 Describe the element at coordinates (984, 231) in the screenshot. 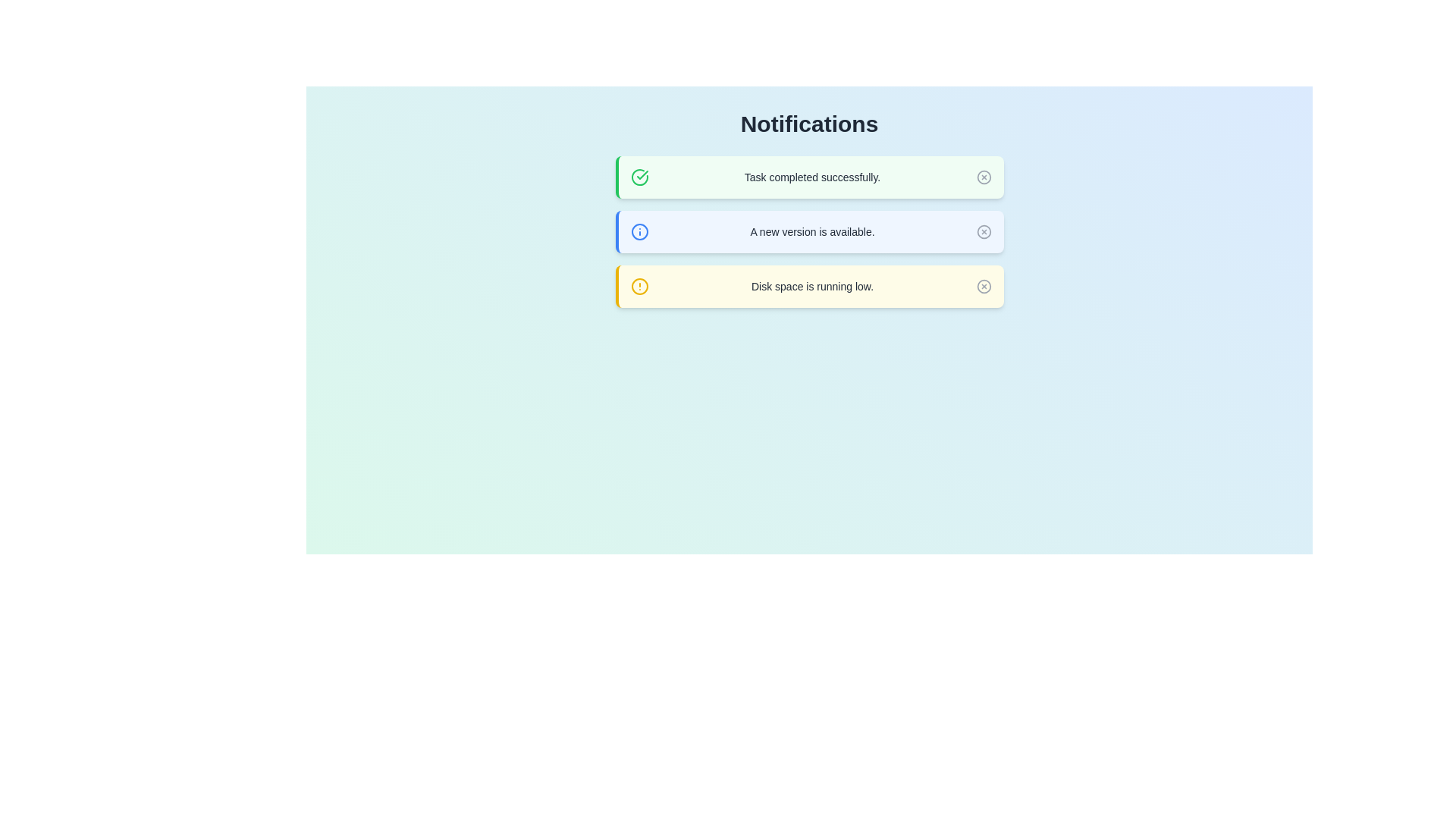

I see `close button for the notification with message 'A new version is available.'` at that location.